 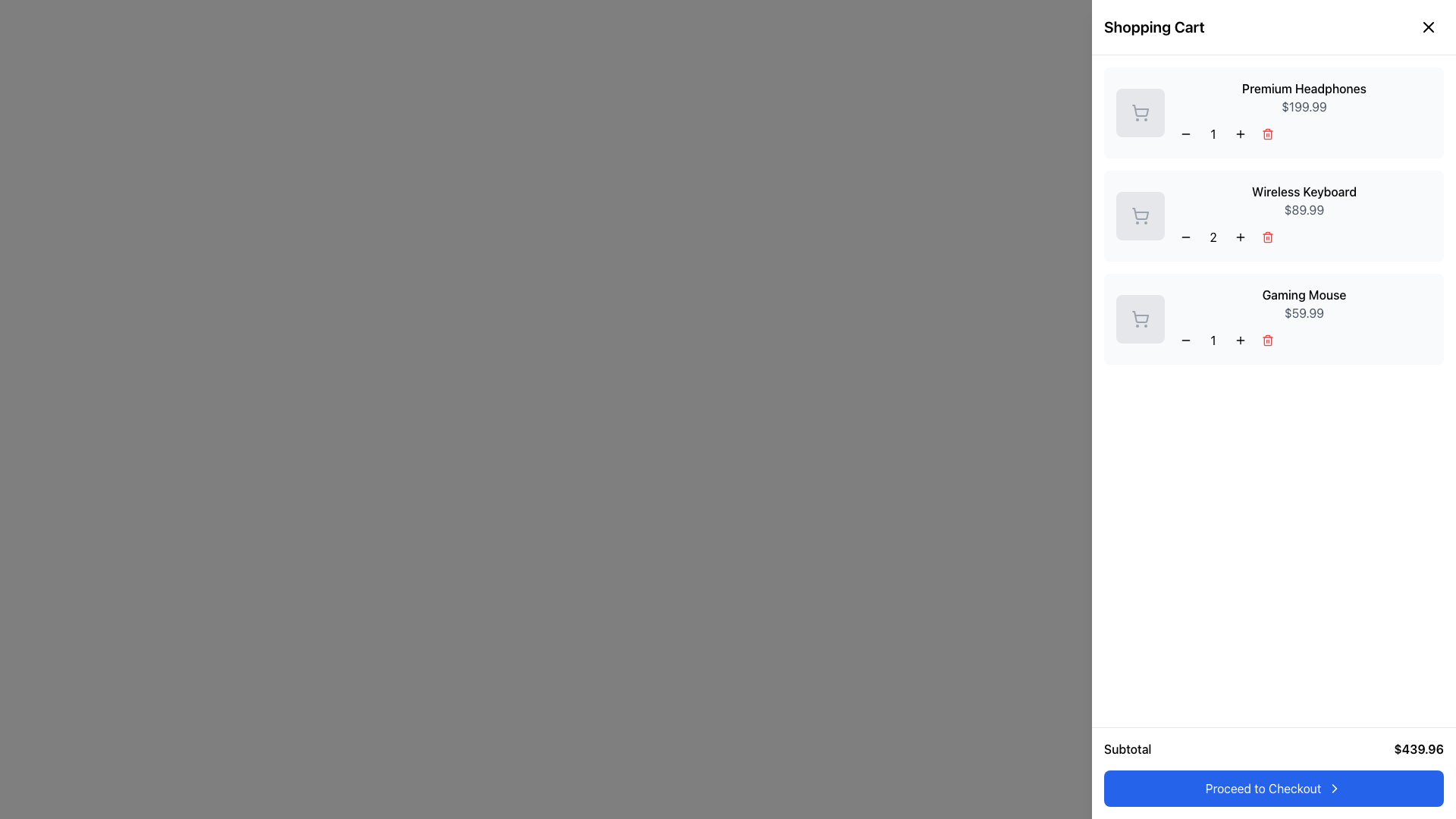 I want to click on the red trash can icon, so click(x=1267, y=133).